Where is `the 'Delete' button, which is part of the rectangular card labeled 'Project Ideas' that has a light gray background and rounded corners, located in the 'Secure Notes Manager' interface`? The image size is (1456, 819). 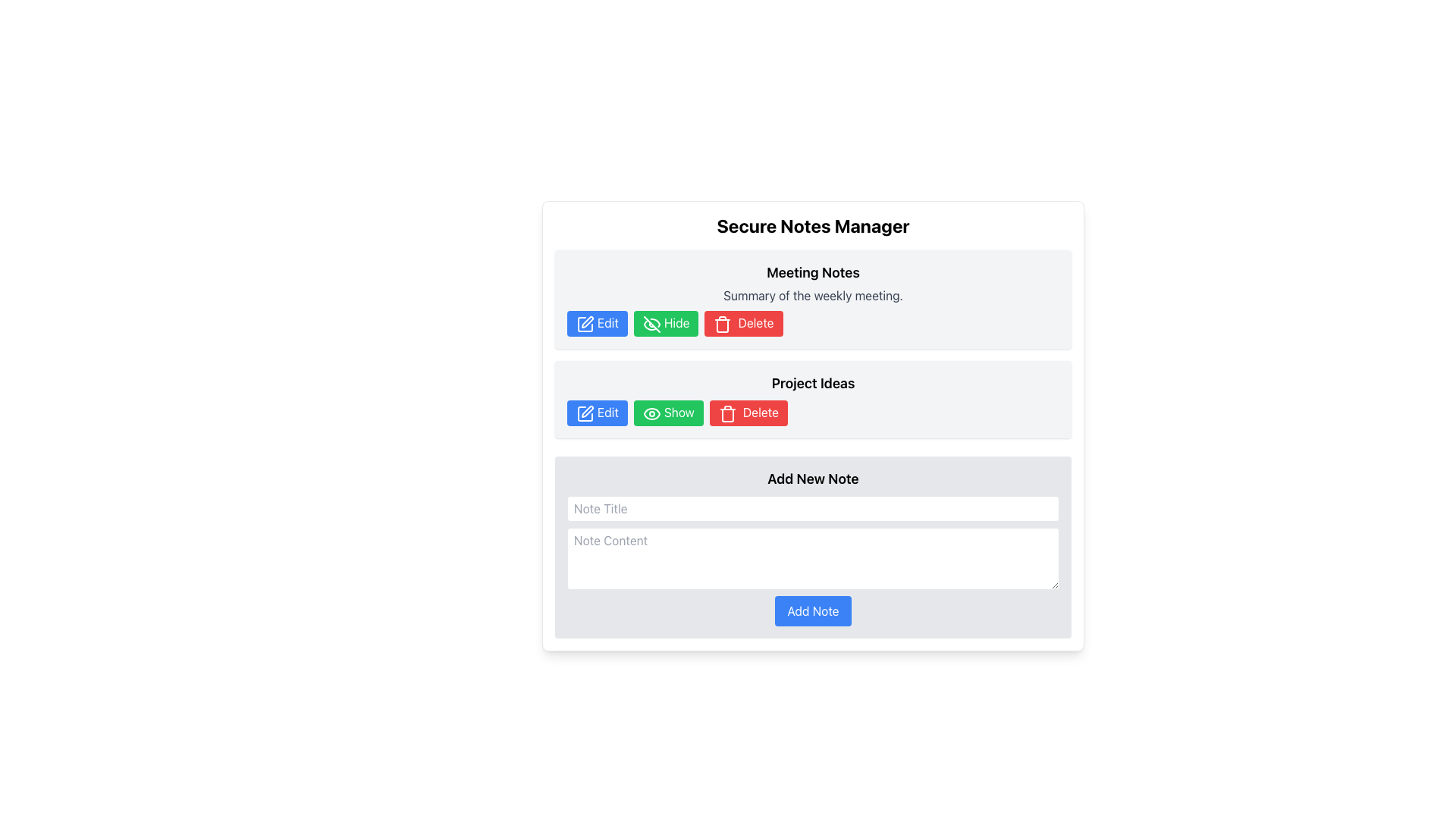
the 'Delete' button, which is part of the rectangular card labeled 'Project Ideas' that has a light gray background and rounded corners, located in the 'Secure Notes Manager' interface is located at coordinates (812, 398).